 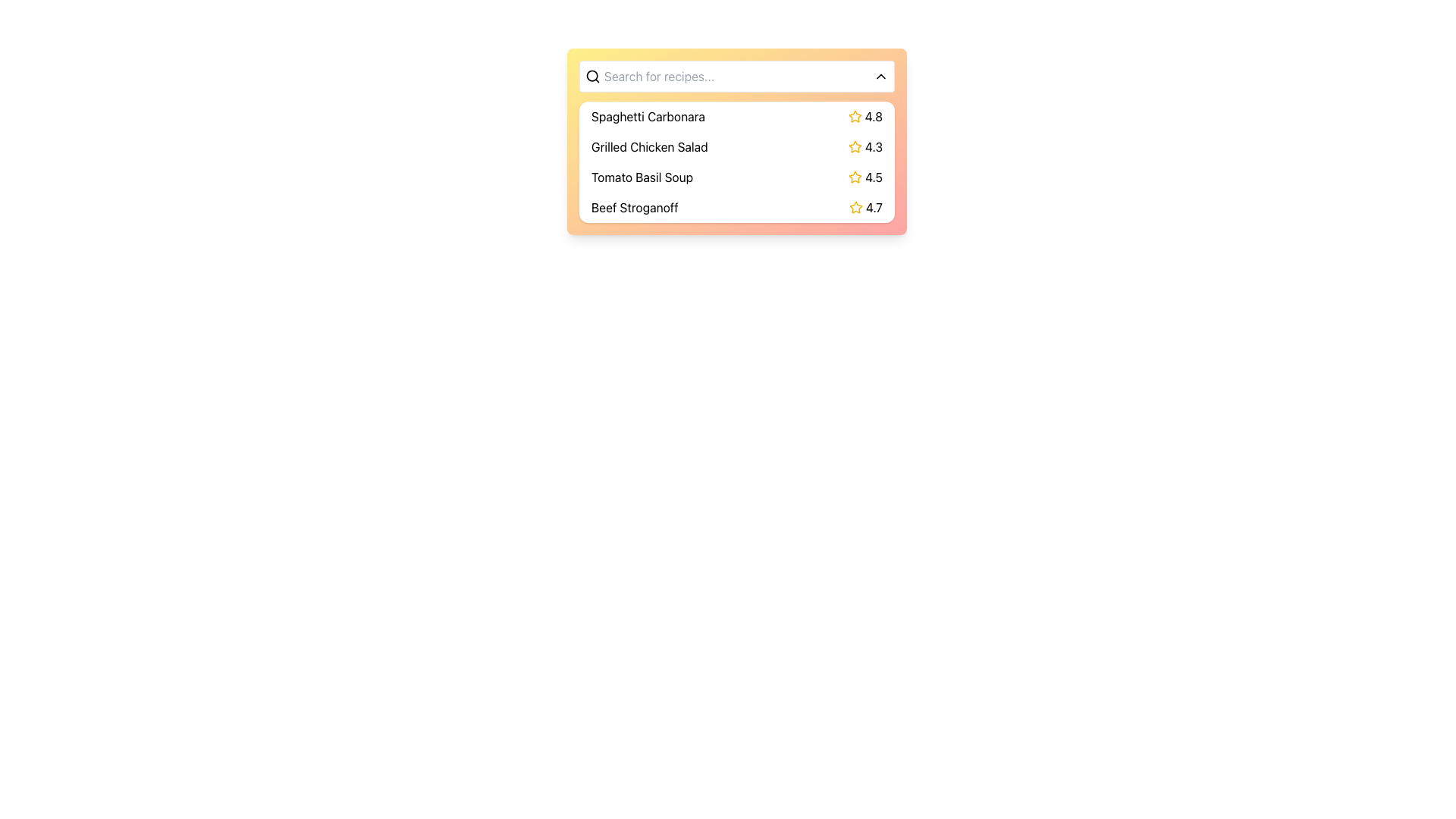 I want to click on the small star-shaped icon with a yellow outline located next to the rating '4.8' for 'Spaghetti Carbonara' in the first row of the list, so click(x=855, y=115).